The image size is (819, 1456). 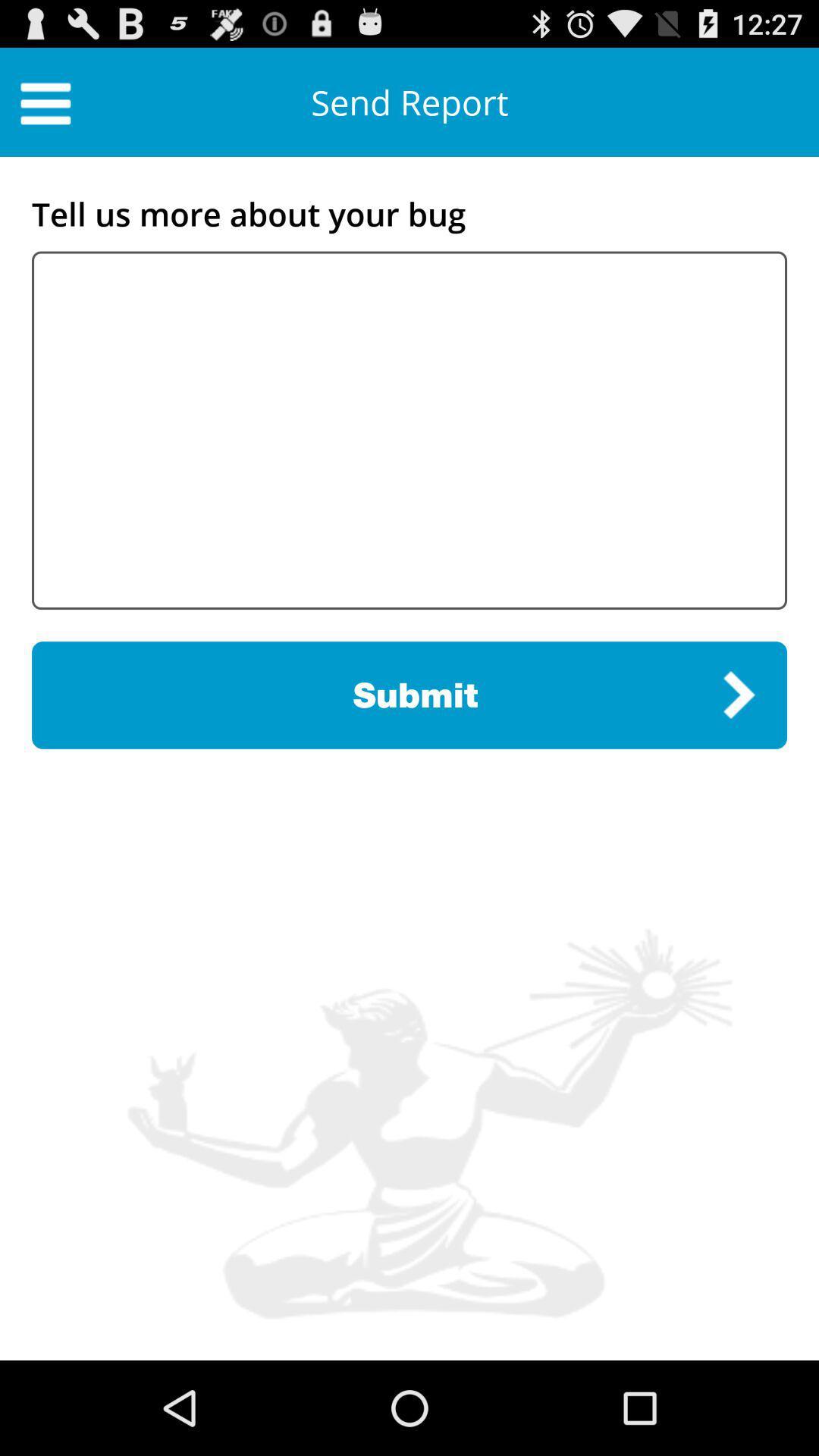 What do you see at coordinates (409, 694) in the screenshot?
I see `item at the center` at bounding box center [409, 694].